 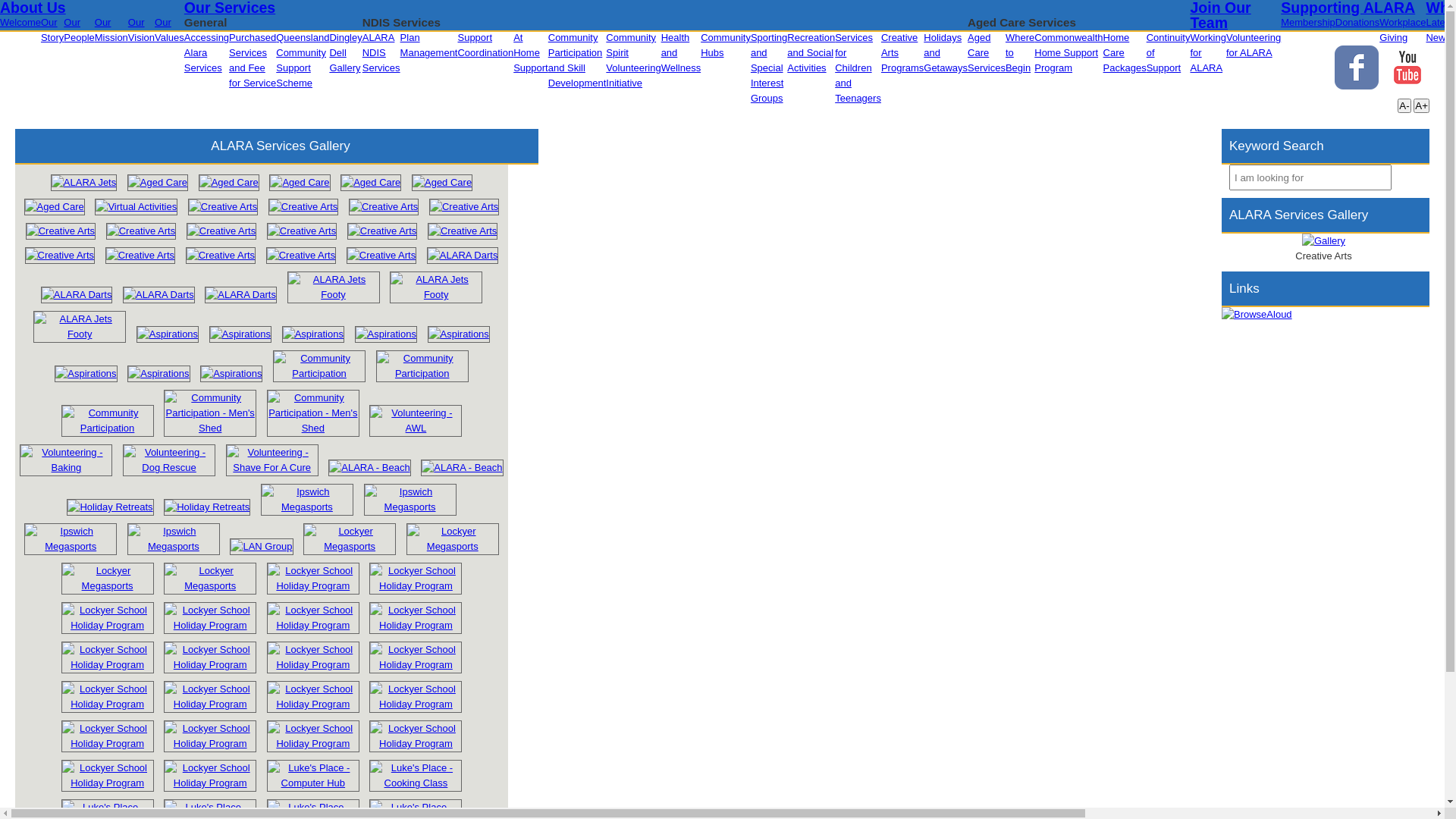 I want to click on 'Recreation and Social Activities', so click(x=786, y=52).